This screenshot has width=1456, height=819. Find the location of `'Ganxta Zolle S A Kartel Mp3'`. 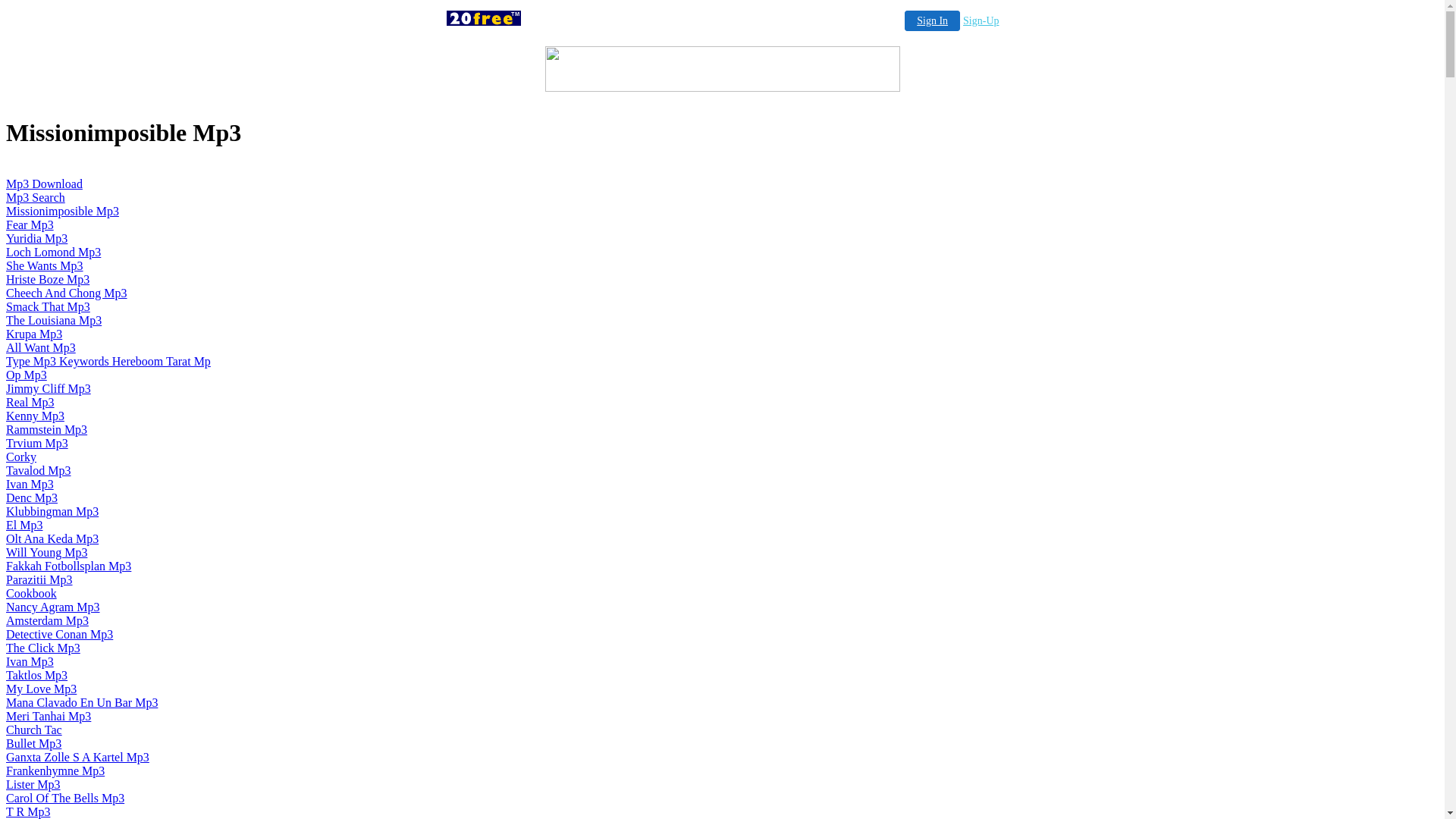

'Ganxta Zolle S A Kartel Mp3' is located at coordinates (77, 757).